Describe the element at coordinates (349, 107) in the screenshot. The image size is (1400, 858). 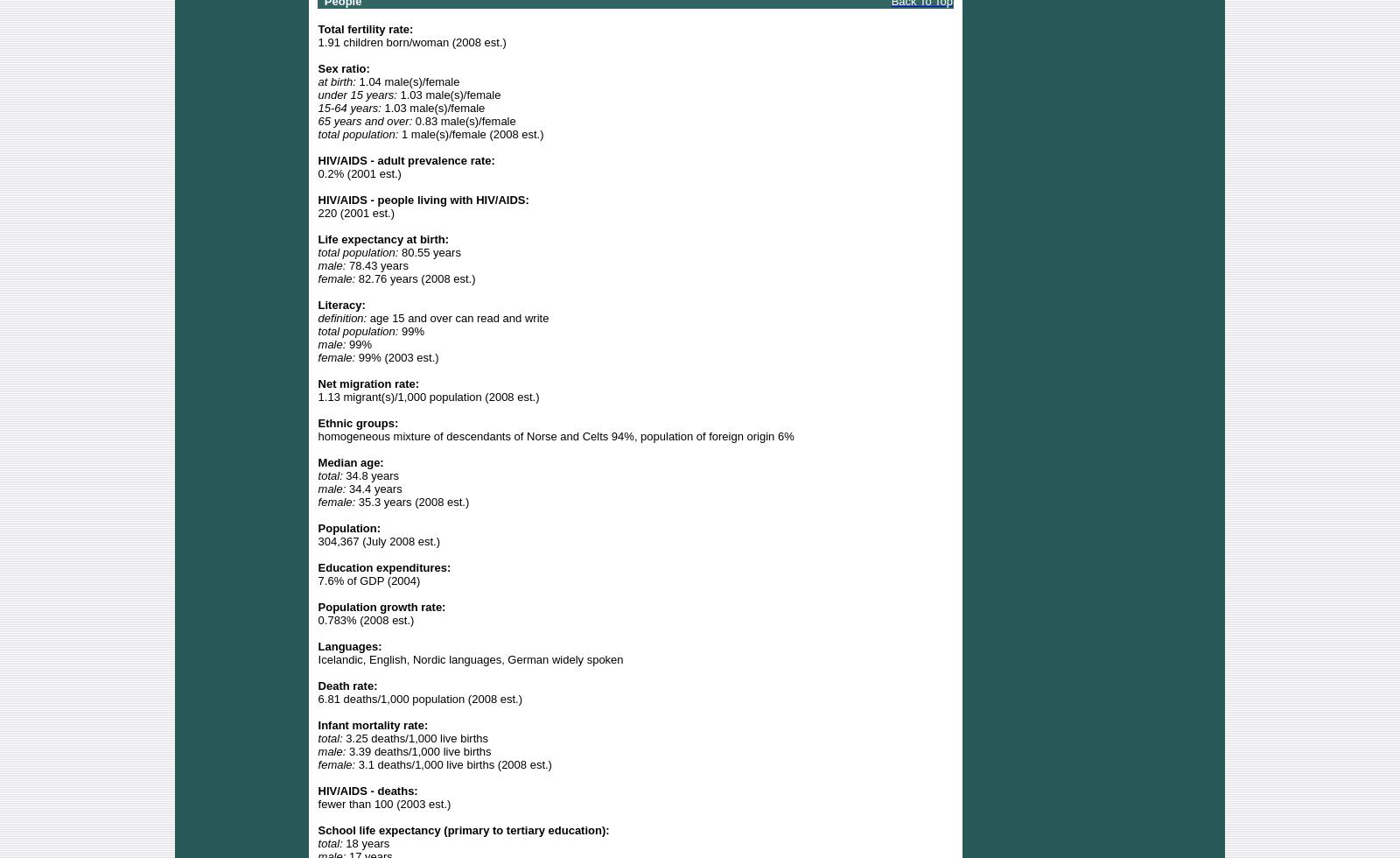
I see `'15-64 years:'` at that location.